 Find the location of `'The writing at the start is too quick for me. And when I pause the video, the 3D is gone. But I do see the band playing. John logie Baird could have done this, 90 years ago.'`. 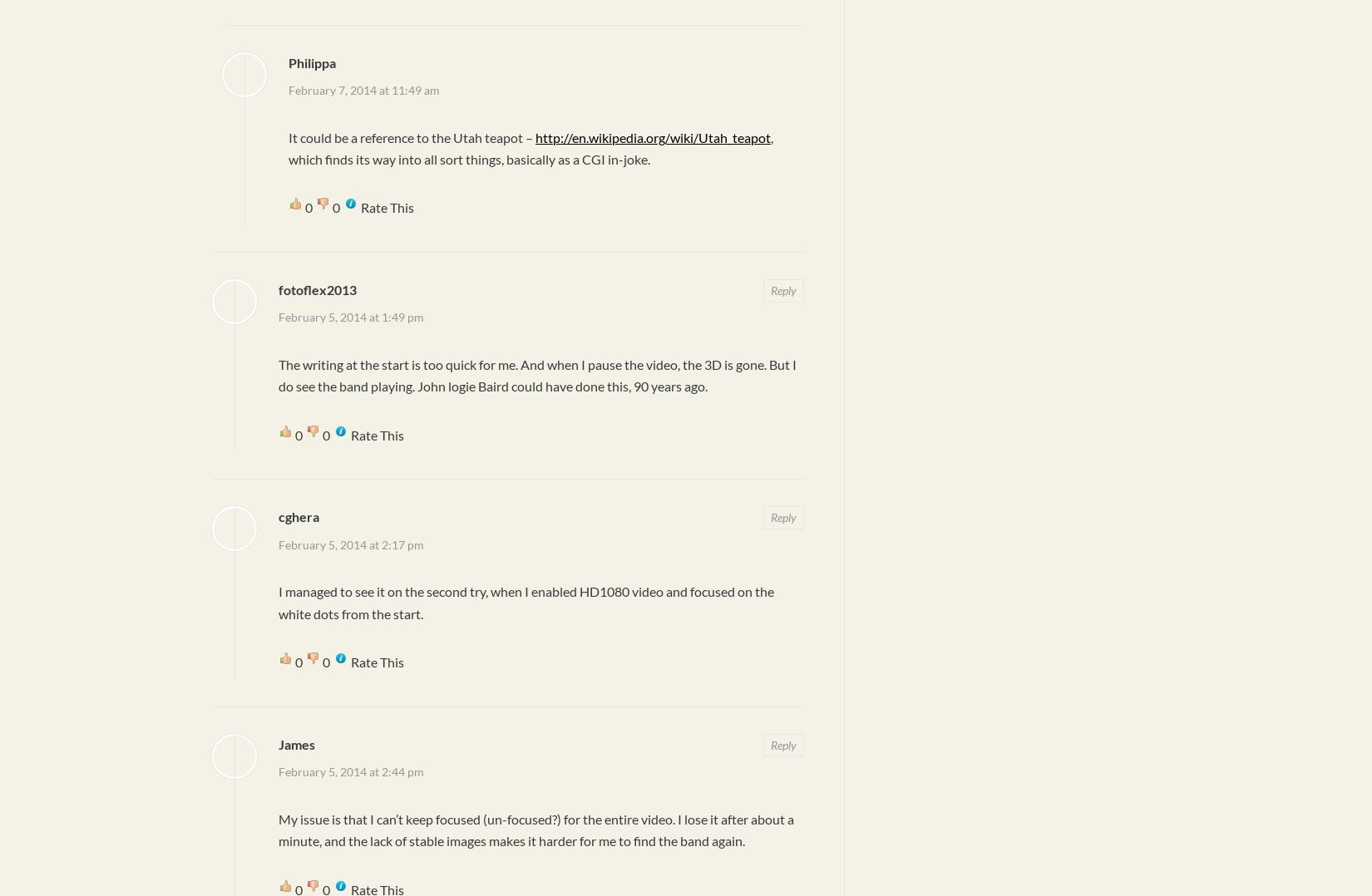

'The writing at the start is too quick for me. And when I pause the video, the 3D is gone. But I do see the band playing. John logie Baird could have done this, 90 years ago.' is located at coordinates (536, 375).